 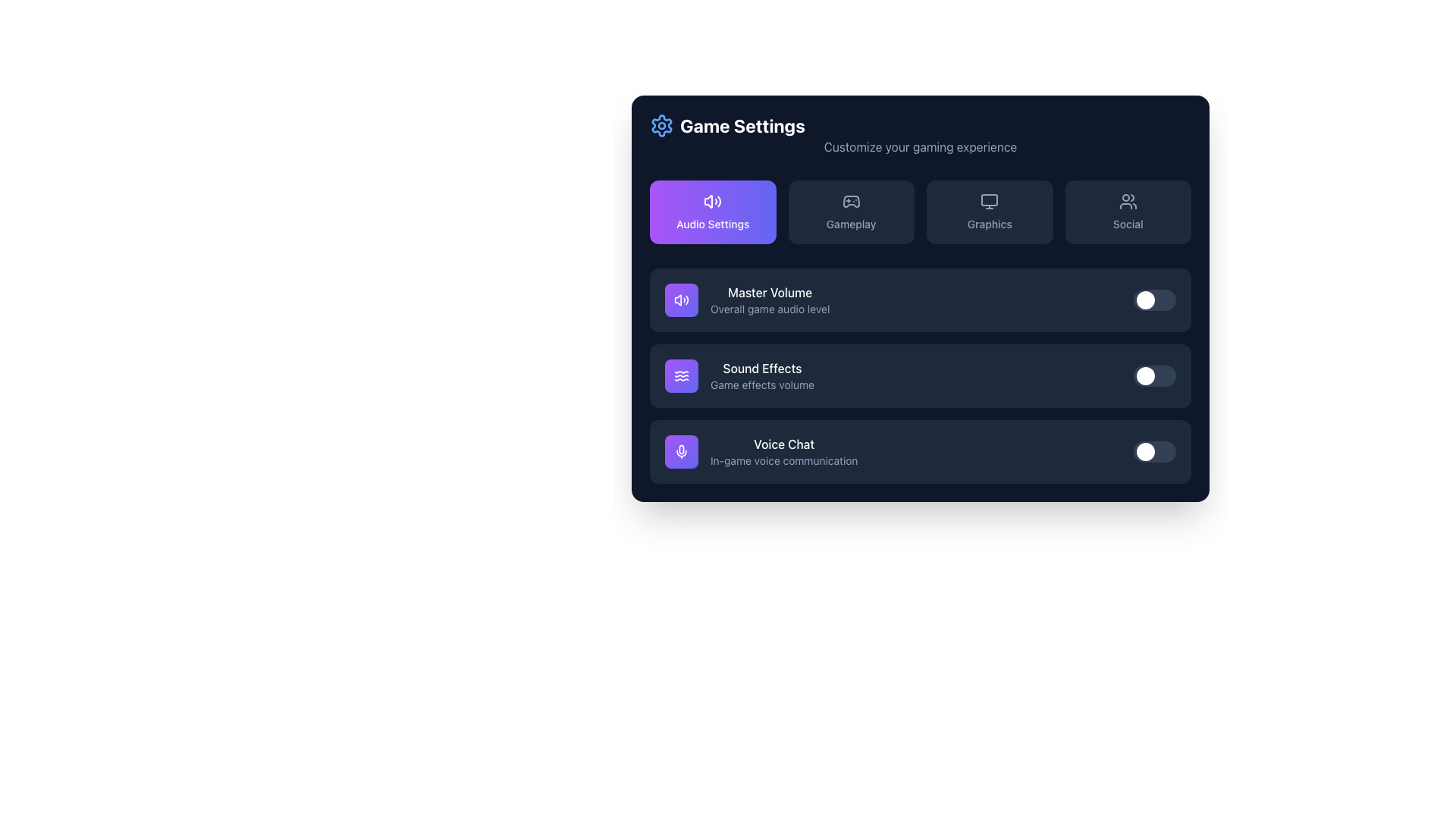 What do you see at coordinates (920, 375) in the screenshot?
I see `the toggle switch for sound effects located` at bounding box center [920, 375].